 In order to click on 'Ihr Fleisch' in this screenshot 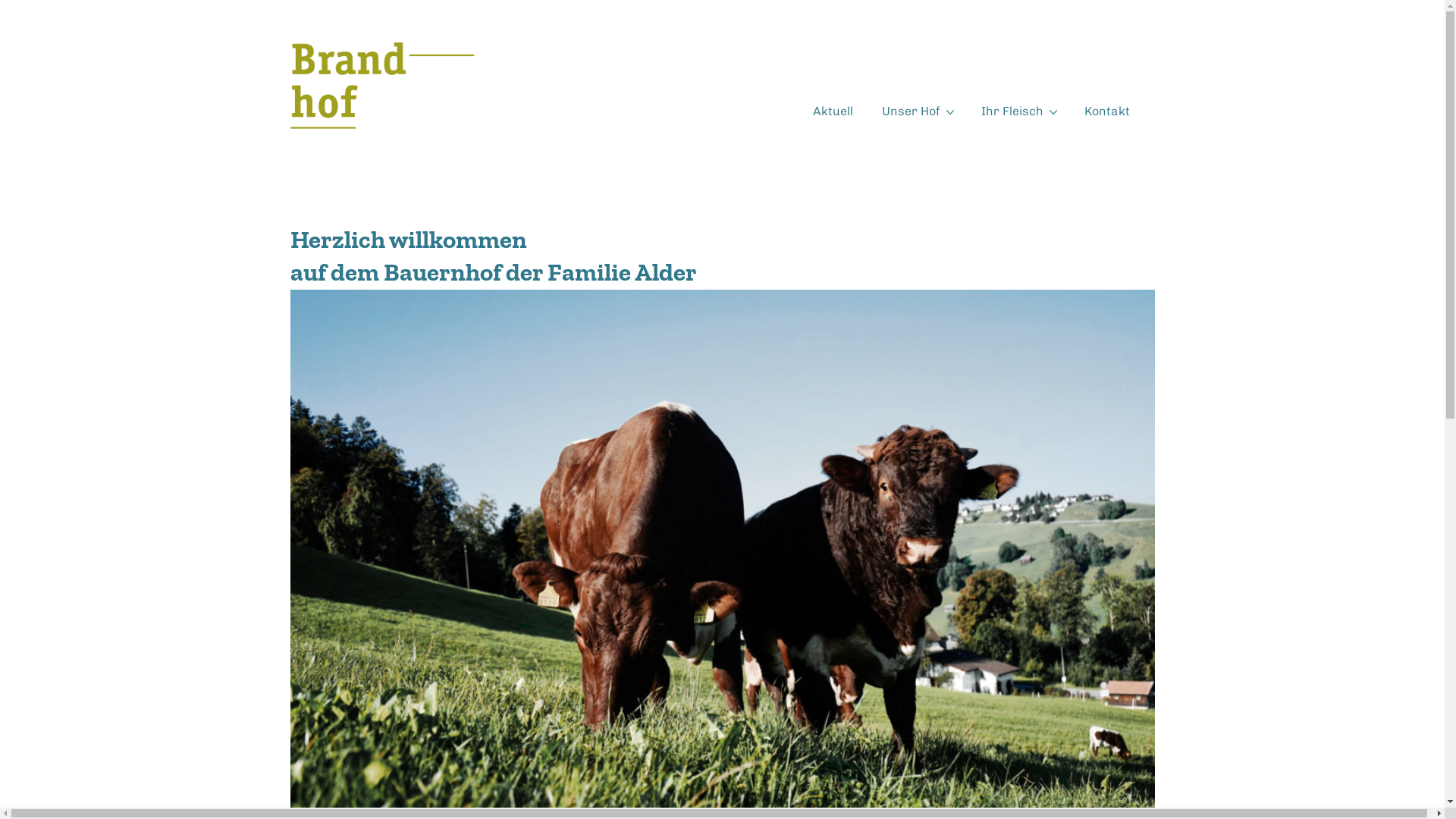, I will do `click(1018, 110)`.